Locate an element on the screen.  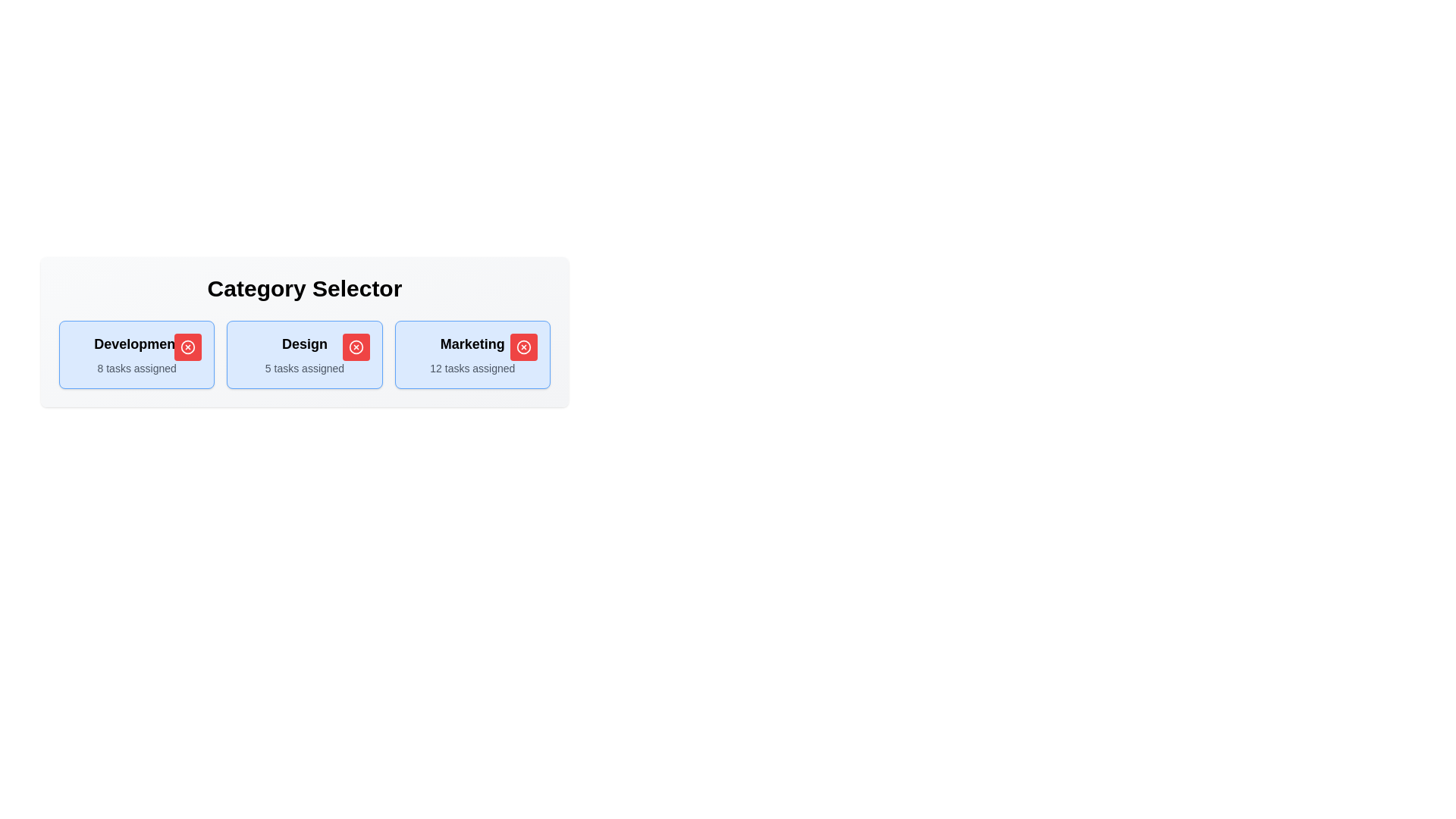
toggle button for the category Marketing is located at coordinates (524, 347).